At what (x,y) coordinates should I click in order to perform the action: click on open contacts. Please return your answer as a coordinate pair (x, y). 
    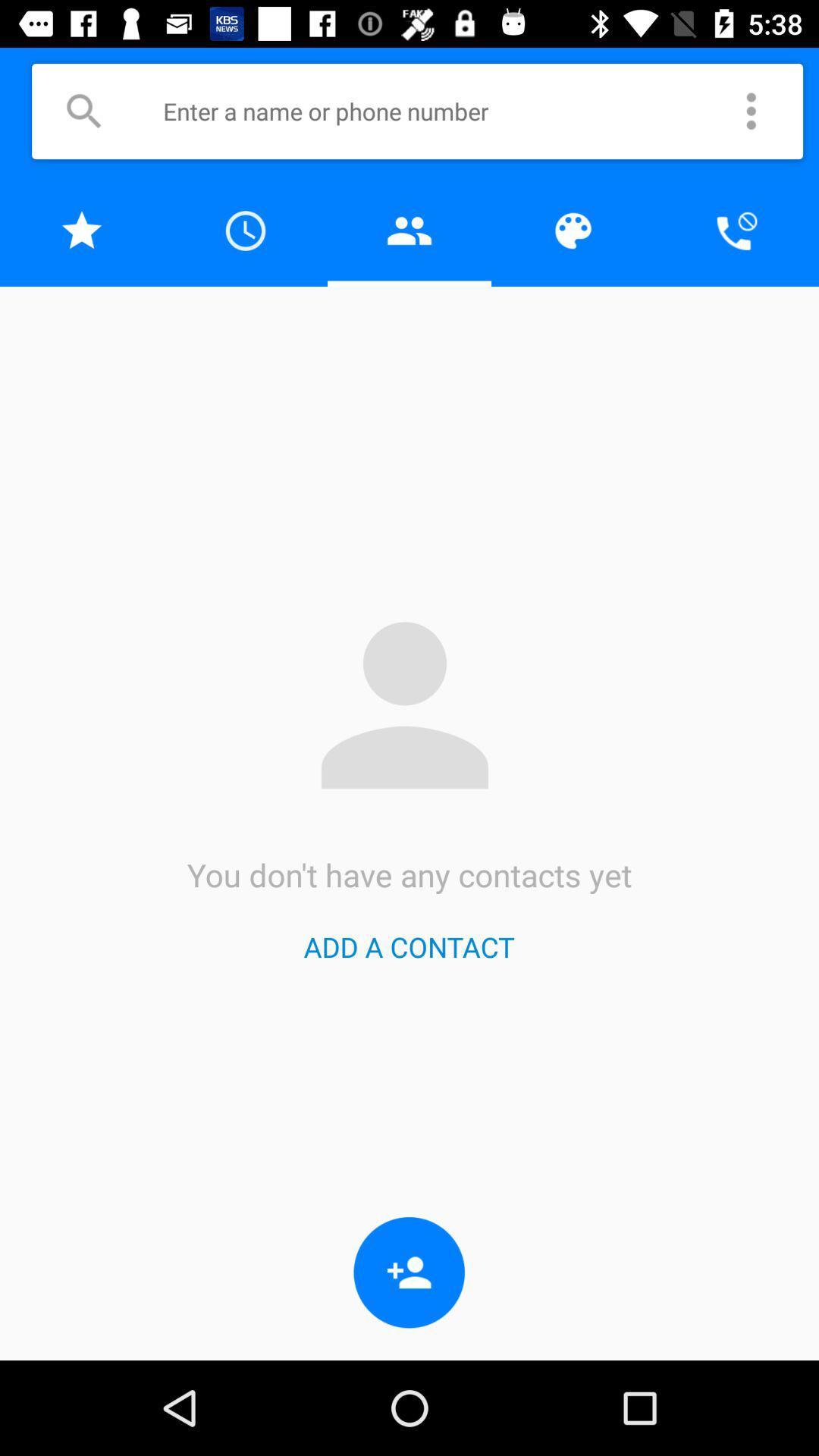
    Looking at the image, I should click on (409, 230).